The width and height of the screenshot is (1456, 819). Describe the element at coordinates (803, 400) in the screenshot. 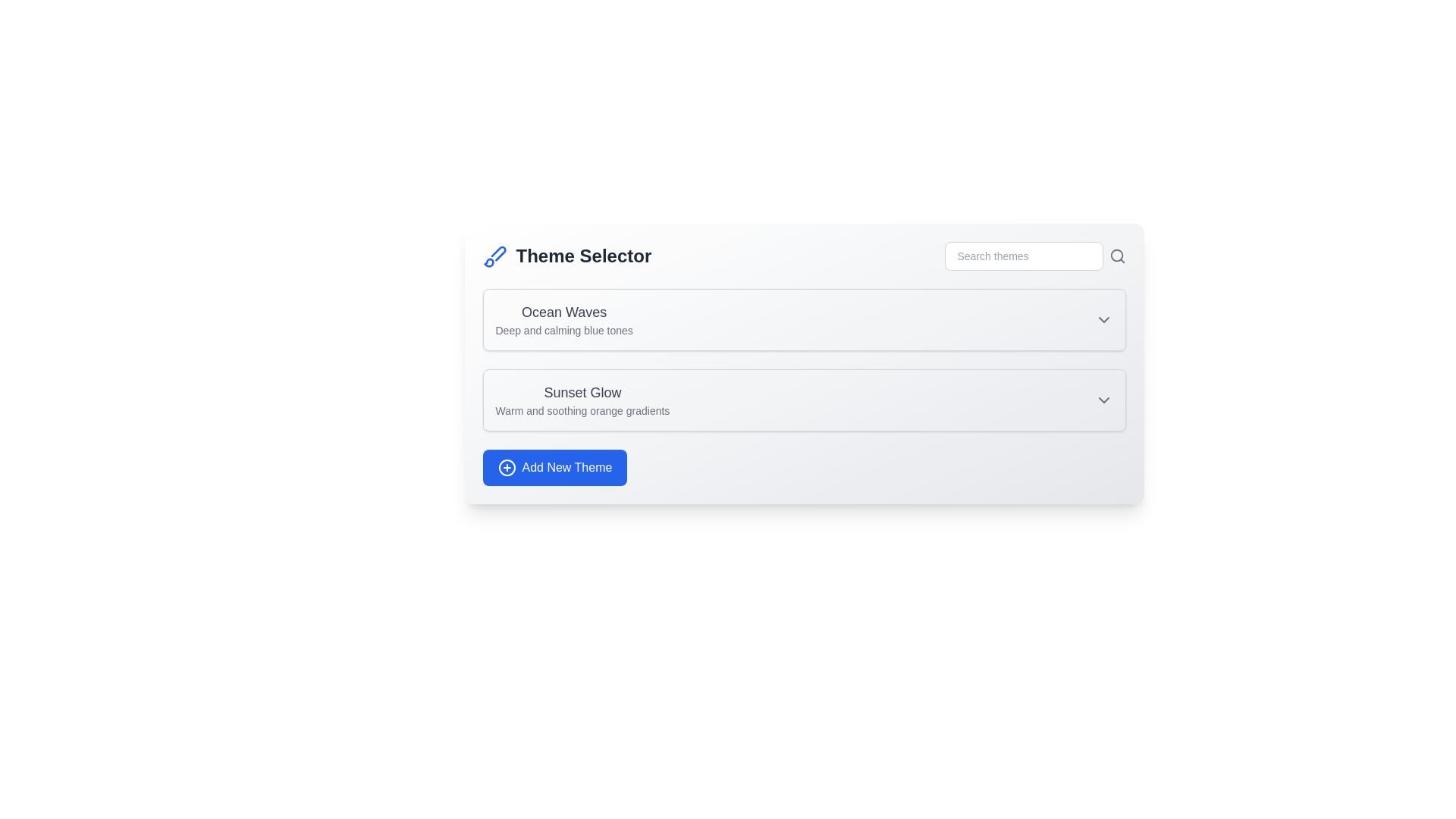

I see `the interactive list item titled 'Sunset Glow'` at that location.